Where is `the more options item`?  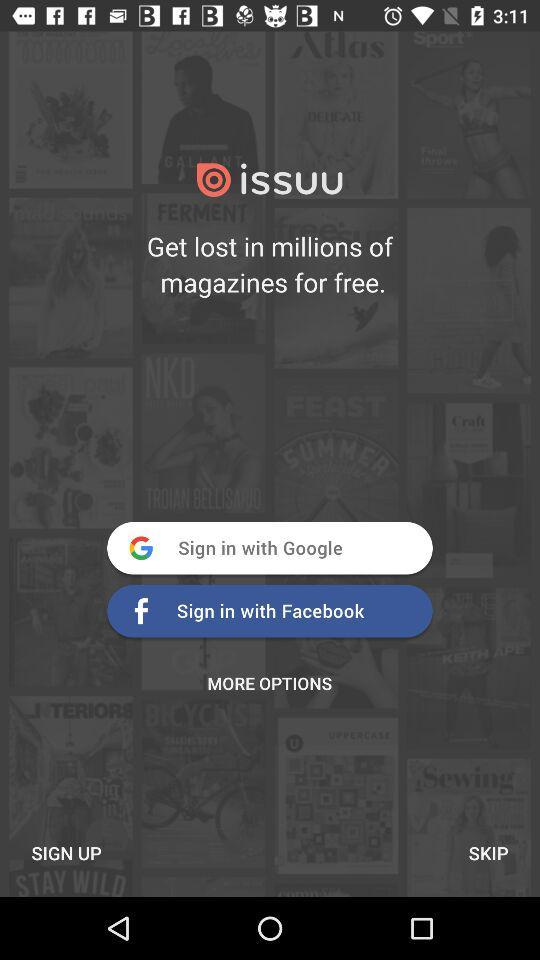 the more options item is located at coordinates (269, 683).